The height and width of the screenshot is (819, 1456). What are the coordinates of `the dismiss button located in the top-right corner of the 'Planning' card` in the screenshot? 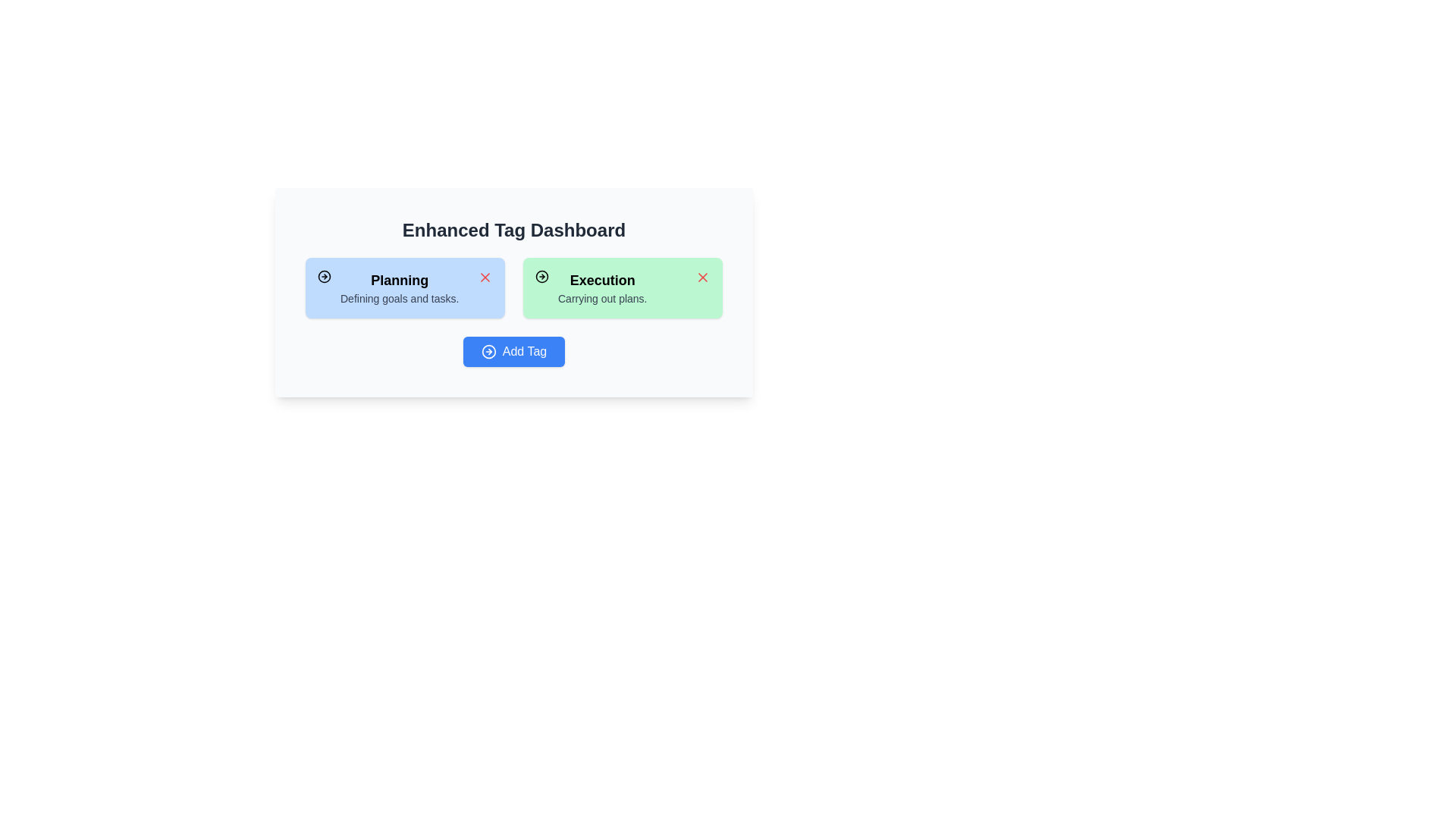 It's located at (484, 278).